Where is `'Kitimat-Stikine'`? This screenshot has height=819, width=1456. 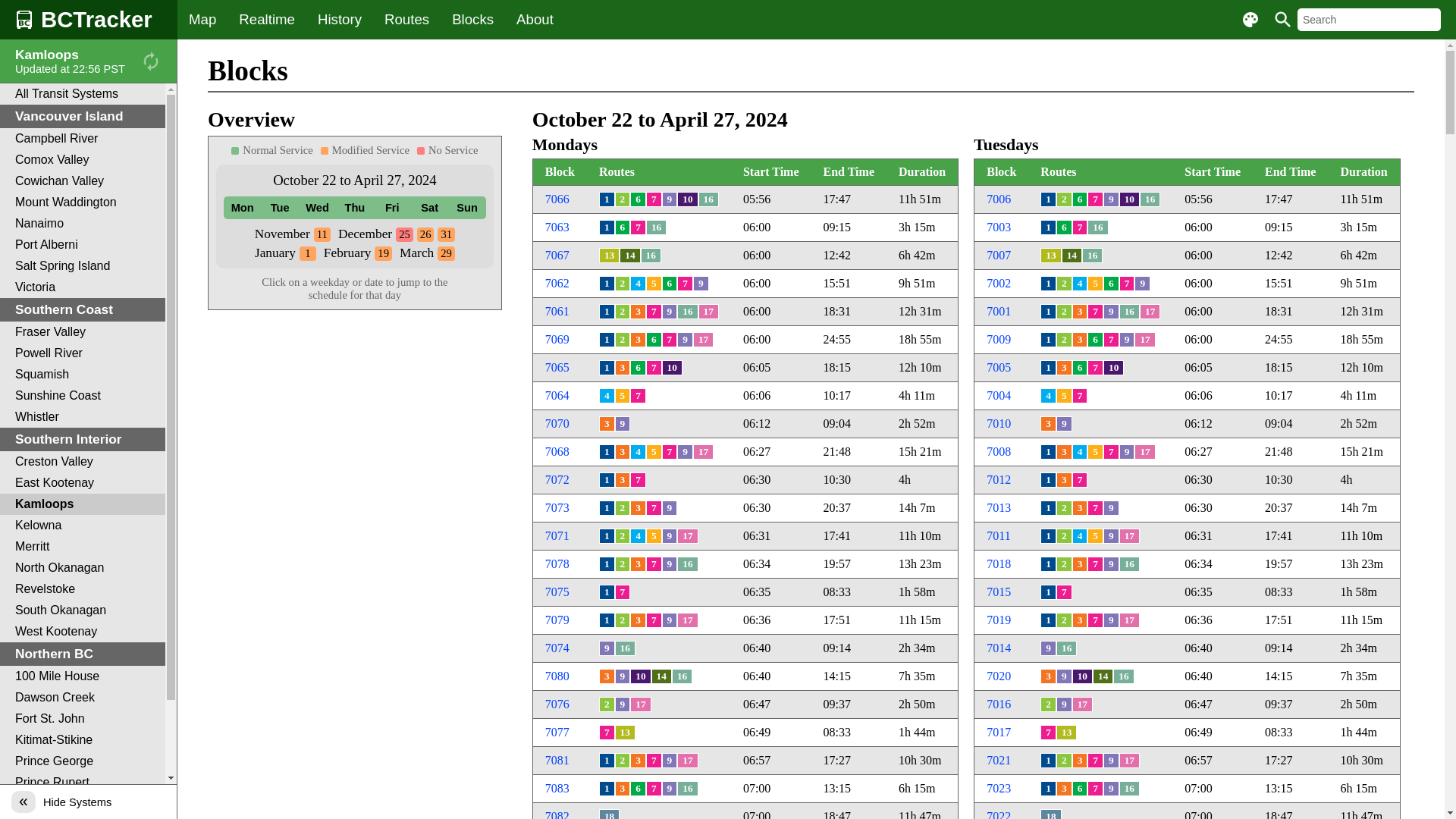 'Kitimat-Stikine' is located at coordinates (0, 739).